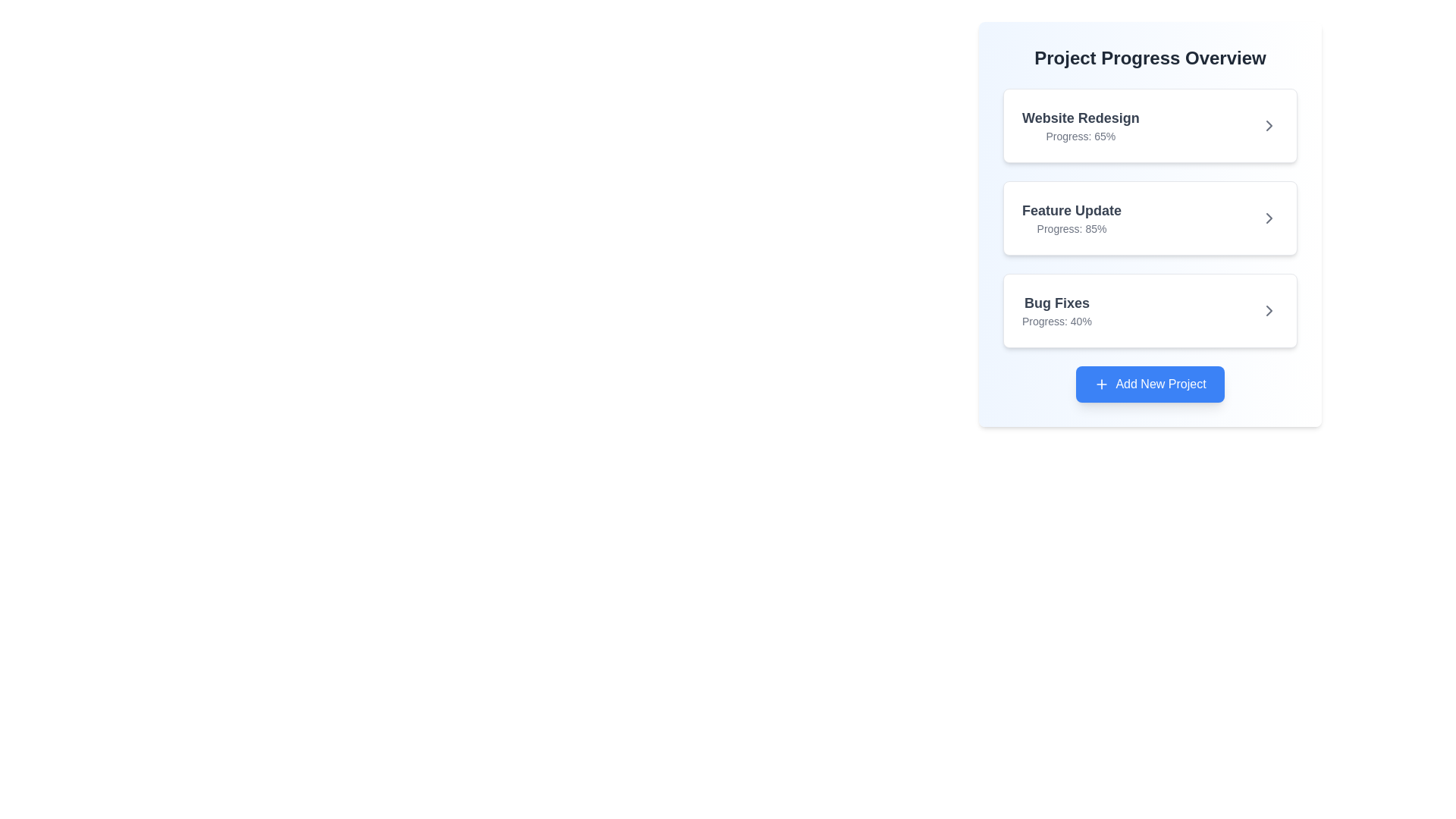  What do you see at coordinates (1071, 228) in the screenshot?
I see `the text label displaying 'Progress: 85%' which is styled in gray color and positioned below the heading 'Feature Update'` at bounding box center [1071, 228].